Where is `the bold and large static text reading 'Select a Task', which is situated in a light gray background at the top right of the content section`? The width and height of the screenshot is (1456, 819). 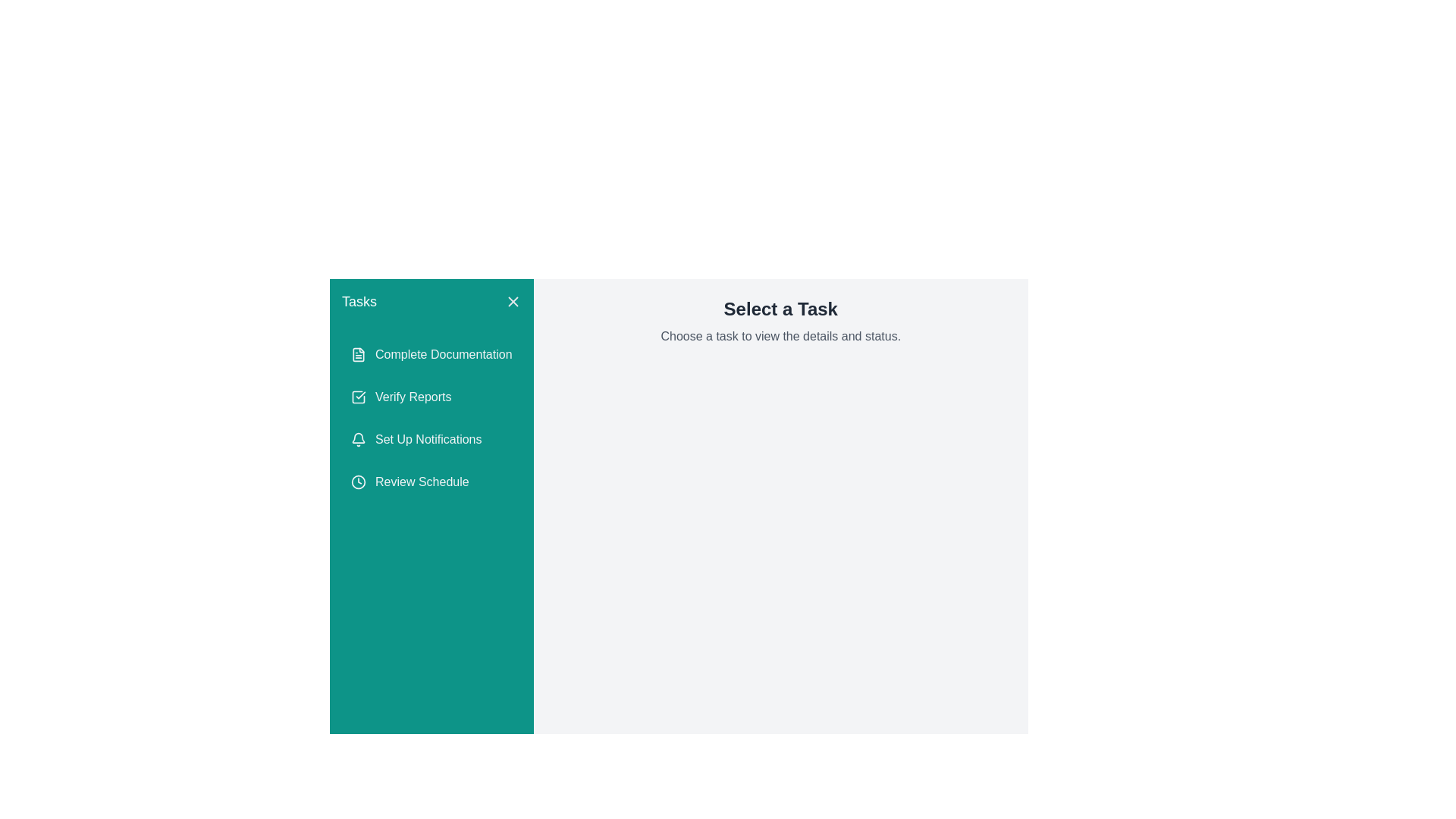 the bold and large static text reading 'Select a Task', which is situated in a light gray background at the top right of the content section is located at coordinates (780, 309).